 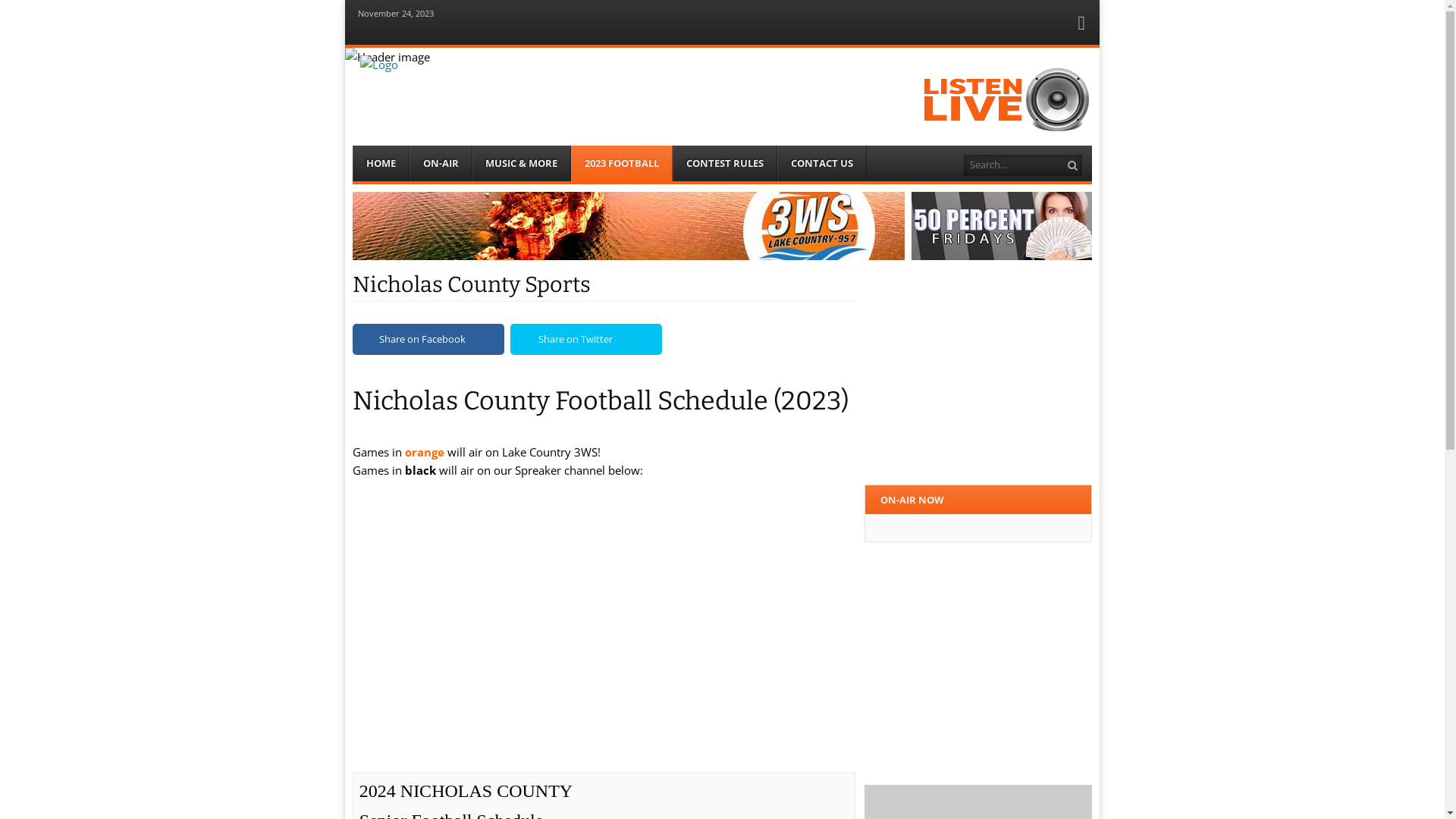 I want to click on 'MUSIC & MORE', so click(x=472, y=163).